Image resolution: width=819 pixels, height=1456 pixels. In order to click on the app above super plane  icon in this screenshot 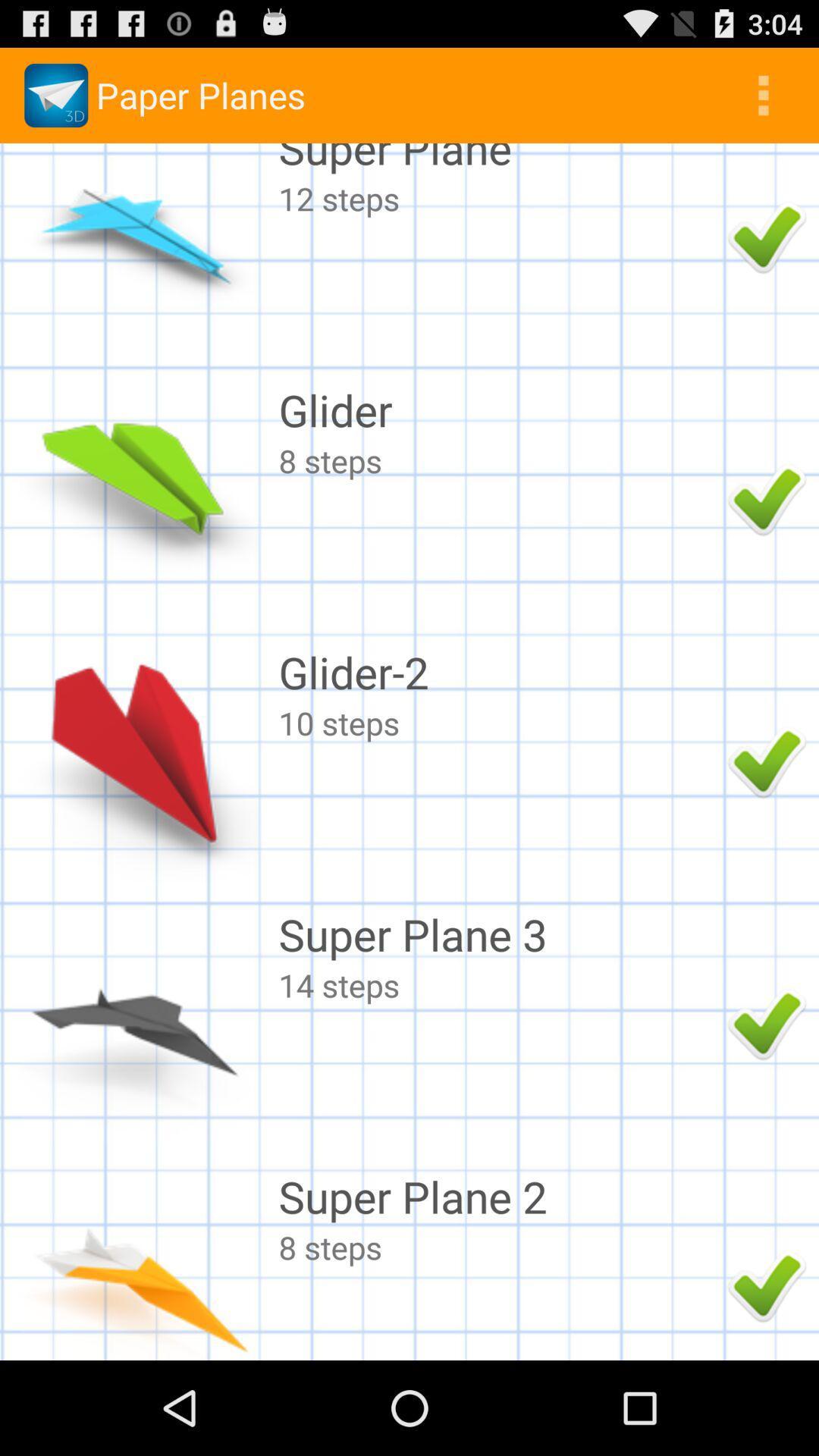, I will do `click(763, 94)`.